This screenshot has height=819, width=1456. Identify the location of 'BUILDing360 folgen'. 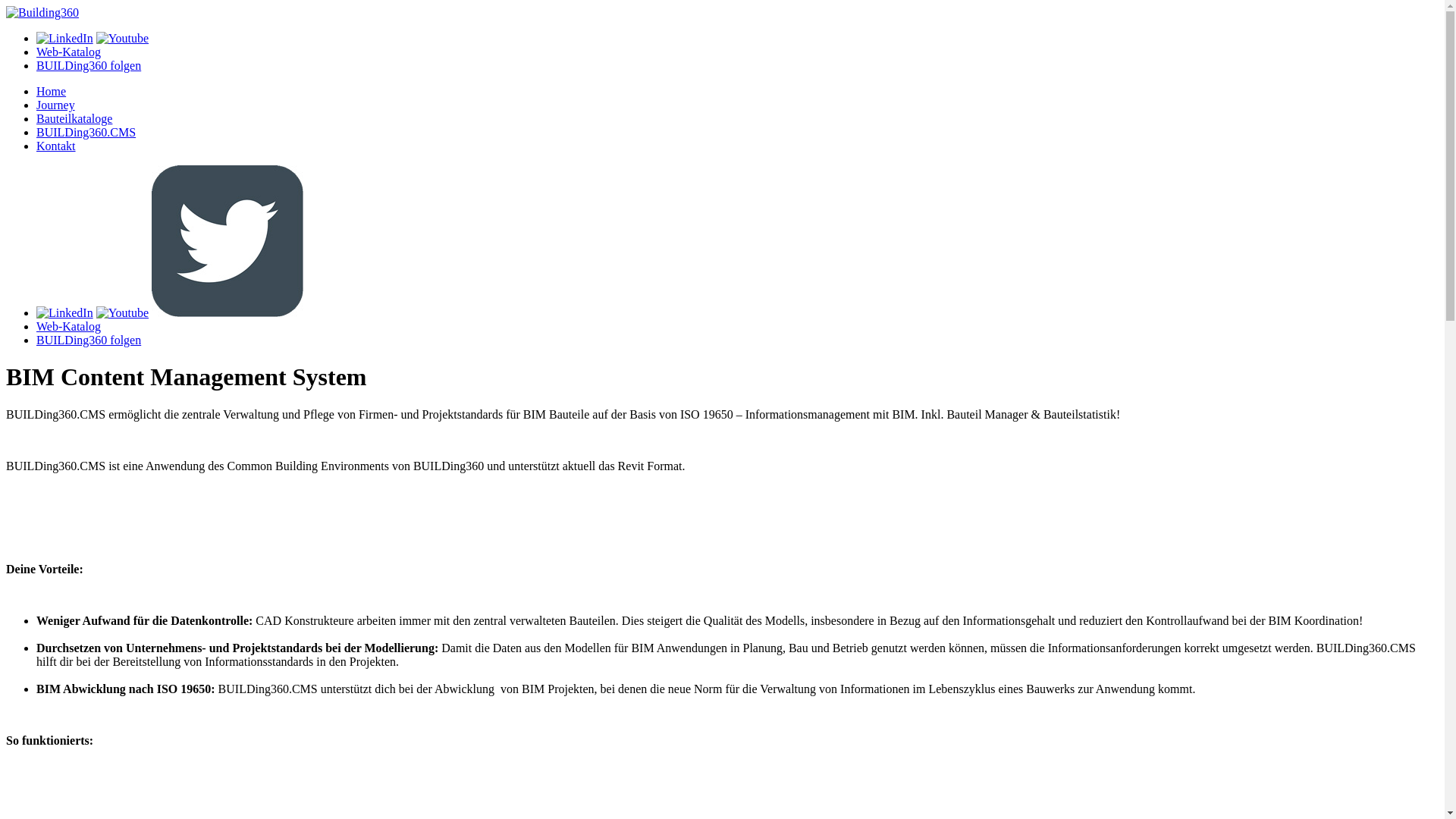
(87, 339).